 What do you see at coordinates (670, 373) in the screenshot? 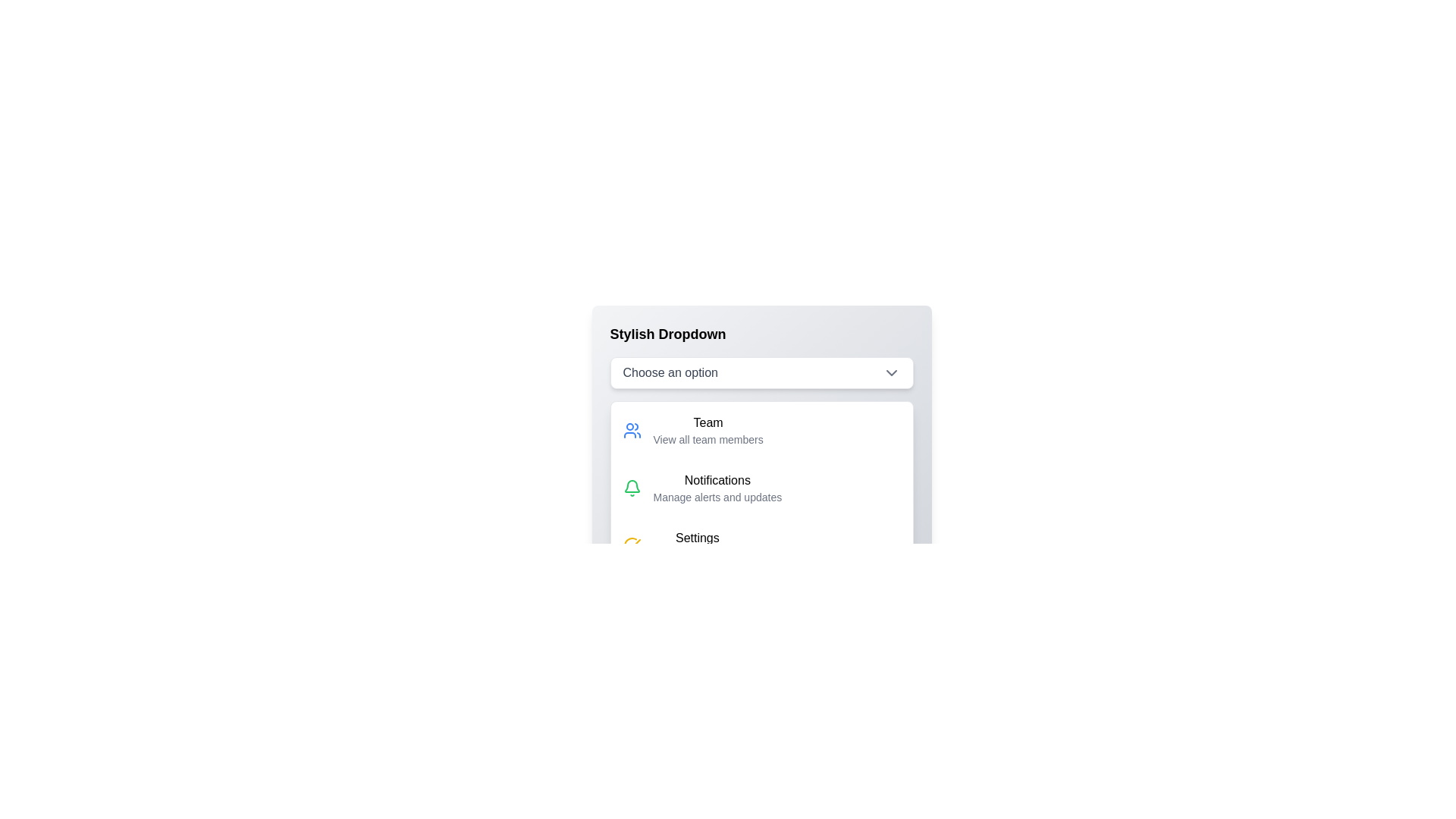
I see `the static text label displaying 'Choose an option' in gray font, located inside the dropdown selector component` at bounding box center [670, 373].